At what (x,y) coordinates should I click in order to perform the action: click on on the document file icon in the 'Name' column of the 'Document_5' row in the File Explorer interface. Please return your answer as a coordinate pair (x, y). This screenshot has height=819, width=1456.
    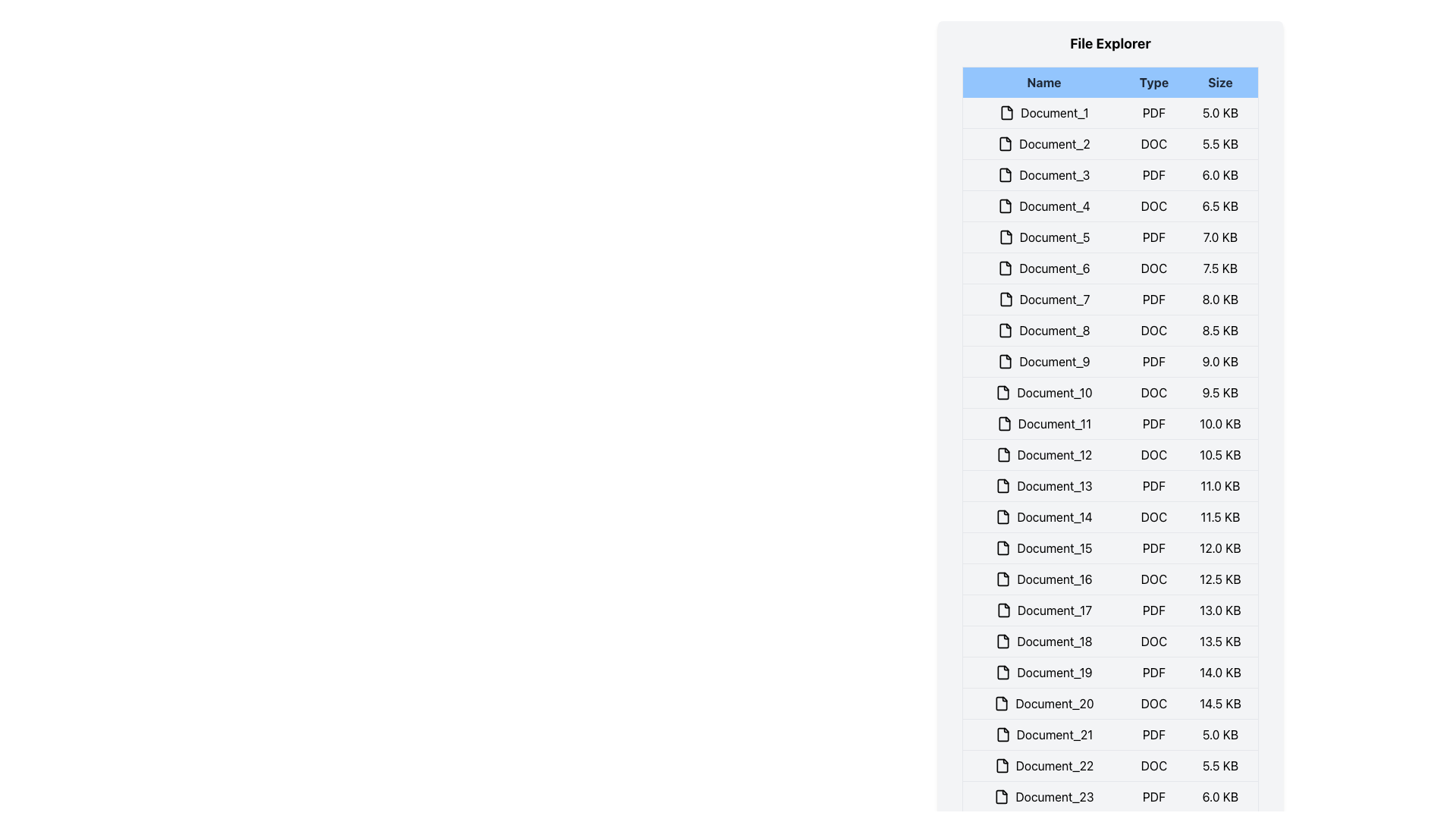
    Looking at the image, I should click on (1006, 237).